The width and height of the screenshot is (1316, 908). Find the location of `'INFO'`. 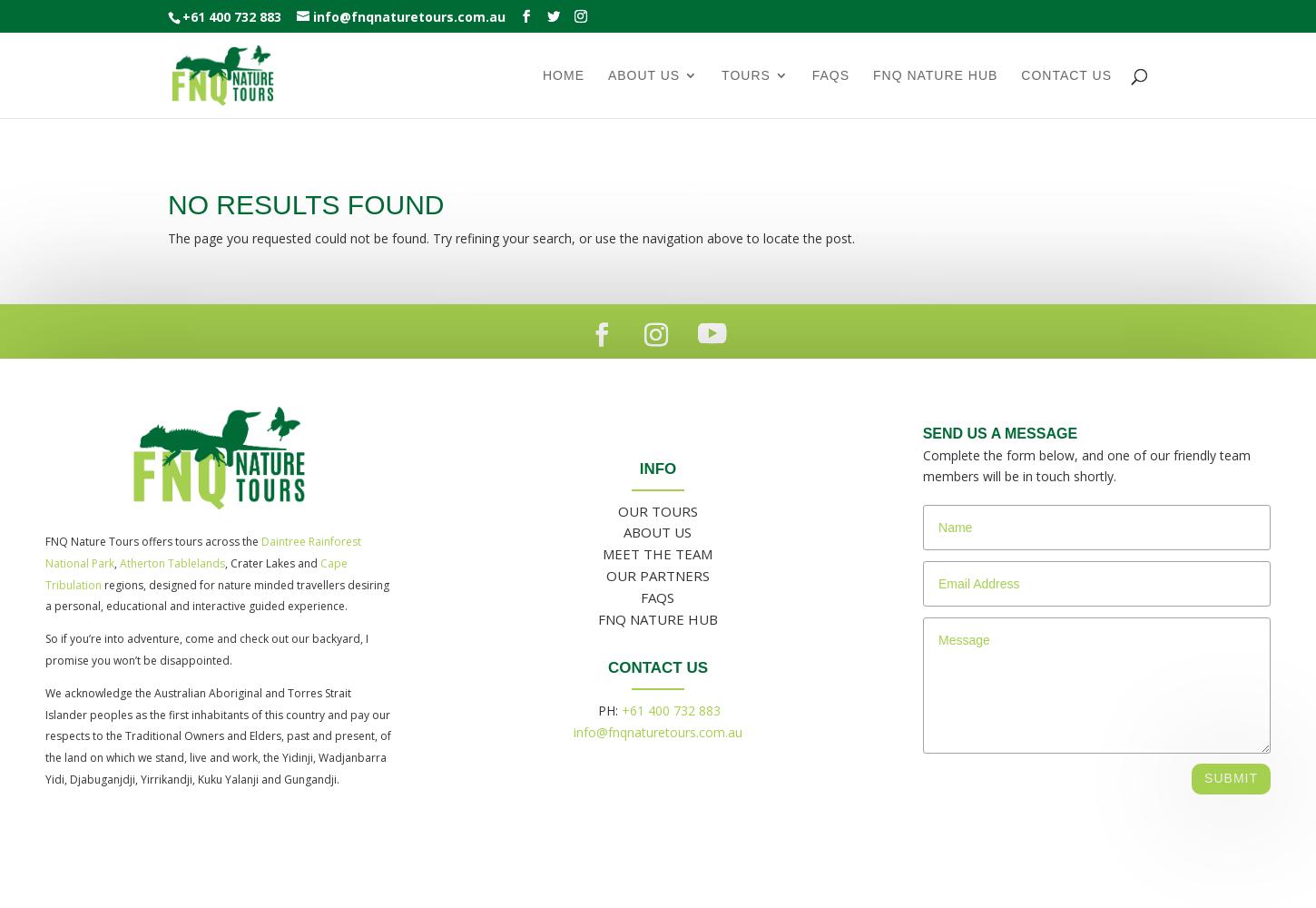

'INFO' is located at coordinates (637, 468).